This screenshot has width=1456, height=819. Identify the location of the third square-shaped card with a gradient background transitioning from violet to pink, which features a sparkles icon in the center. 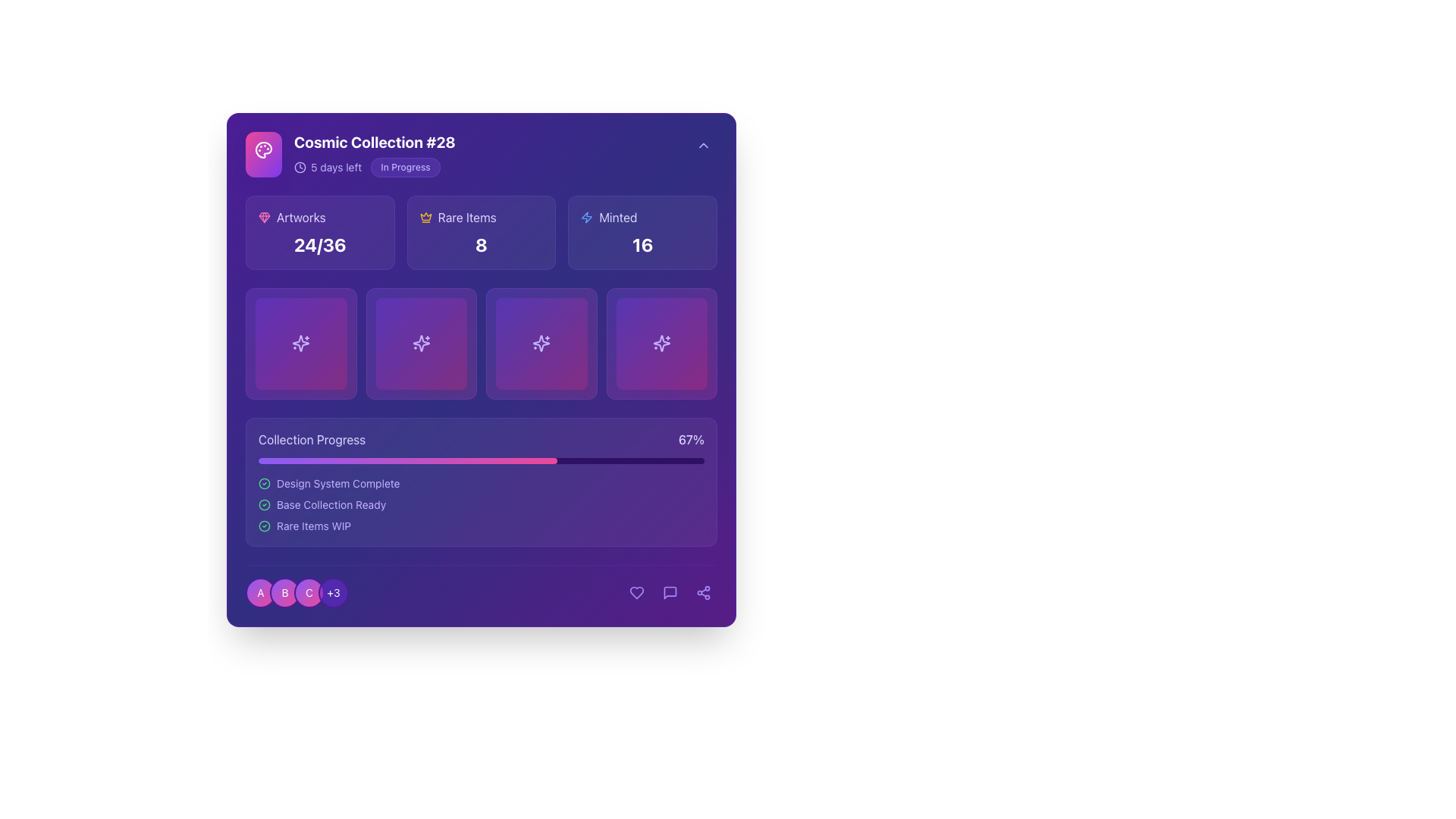
(541, 344).